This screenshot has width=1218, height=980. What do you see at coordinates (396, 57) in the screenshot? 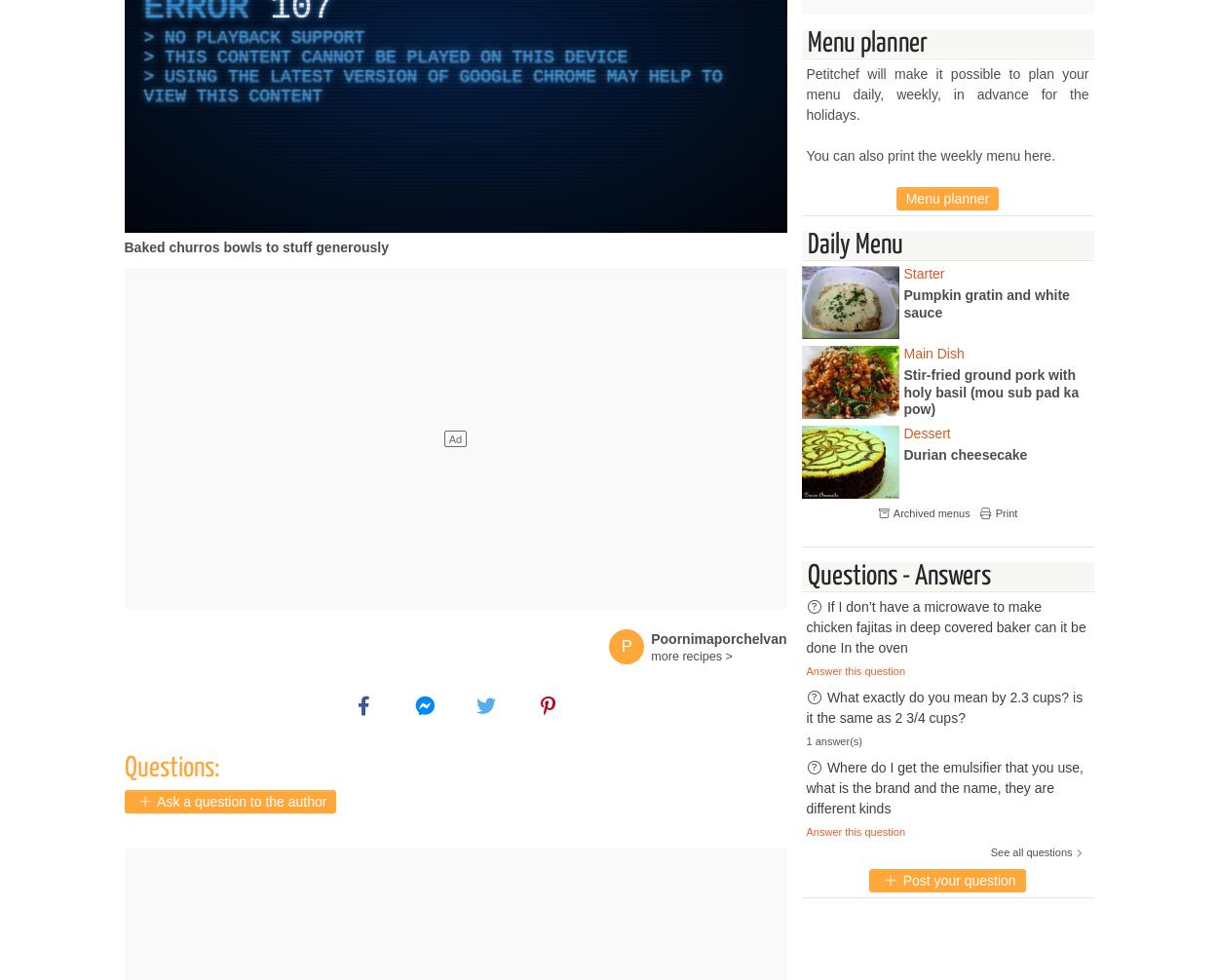
I see `'This content cannot be played on this device'` at bounding box center [396, 57].